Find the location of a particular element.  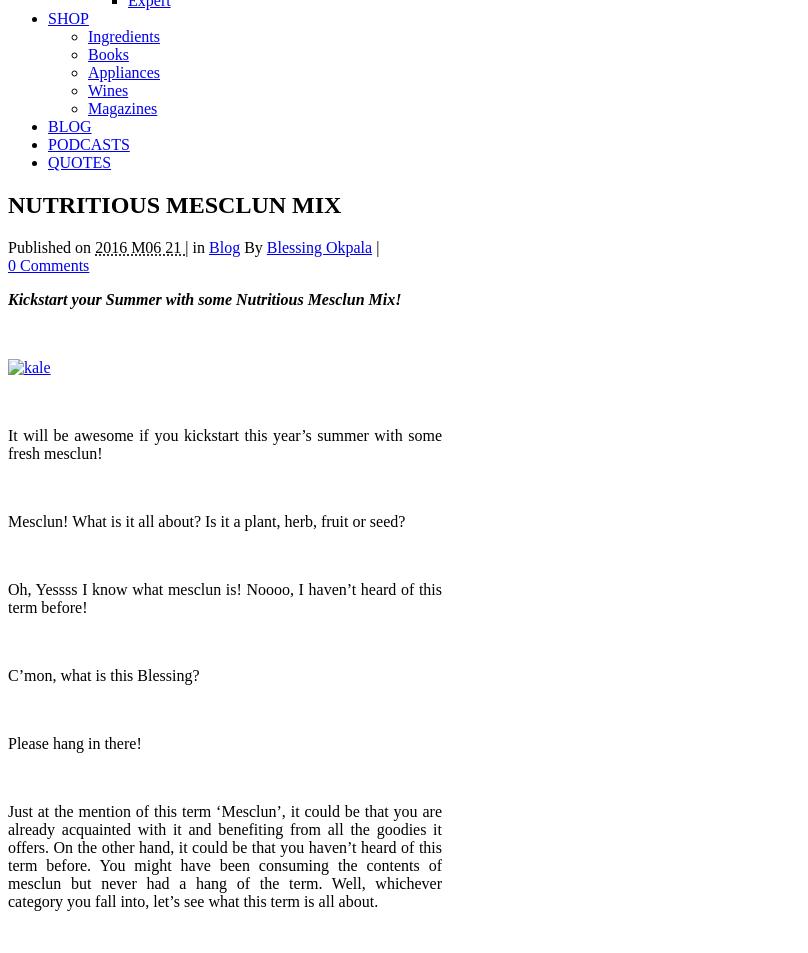

'Oh, Yessss I know what mesclun is! Noooo, I haven’t heard of this term before!' is located at coordinates (225, 598).